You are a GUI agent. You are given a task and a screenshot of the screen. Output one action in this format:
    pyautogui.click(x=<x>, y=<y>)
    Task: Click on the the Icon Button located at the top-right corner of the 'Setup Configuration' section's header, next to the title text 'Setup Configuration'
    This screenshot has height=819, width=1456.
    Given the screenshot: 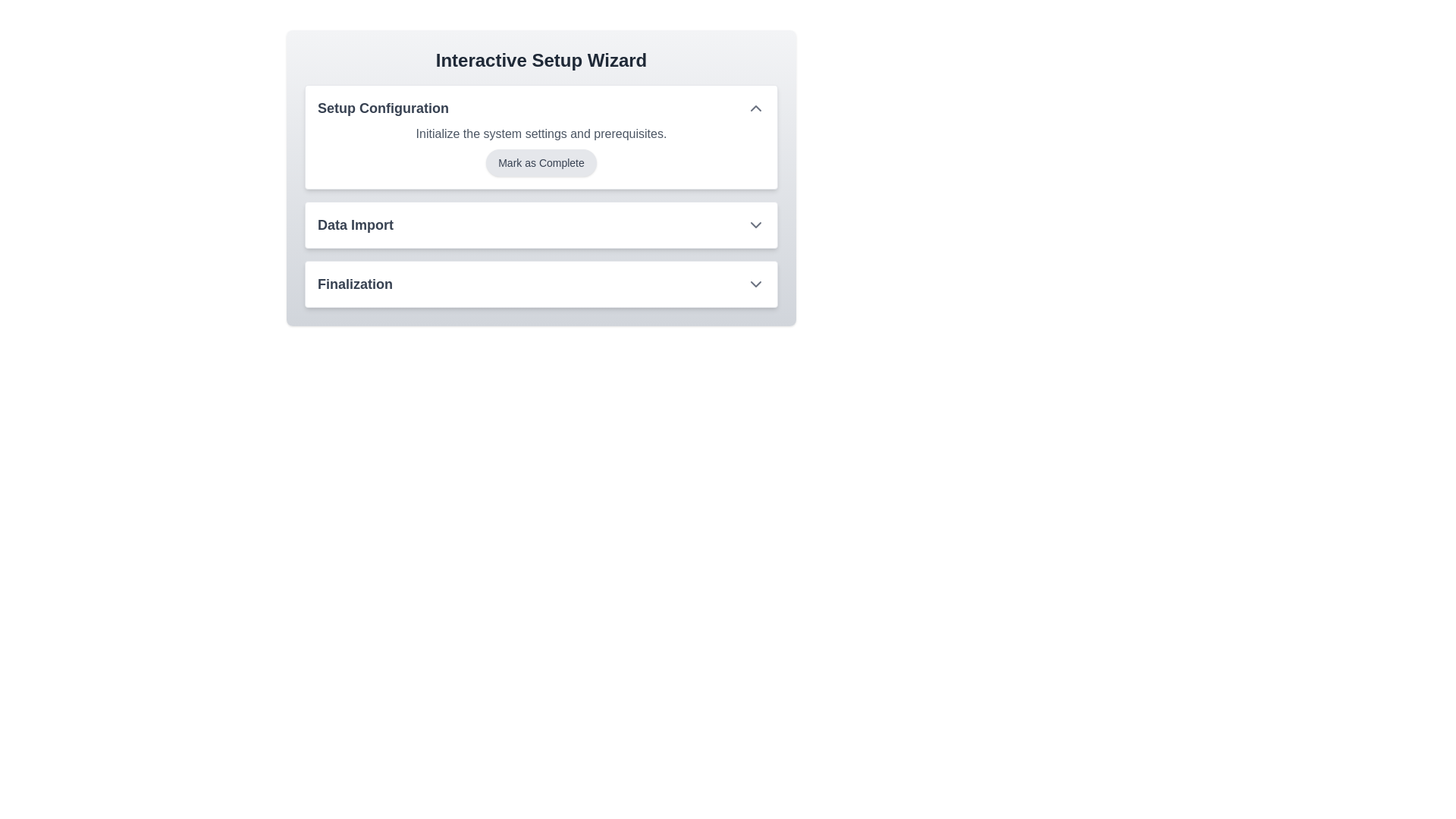 What is the action you would take?
    pyautogui.click(x=756, y=107)
    